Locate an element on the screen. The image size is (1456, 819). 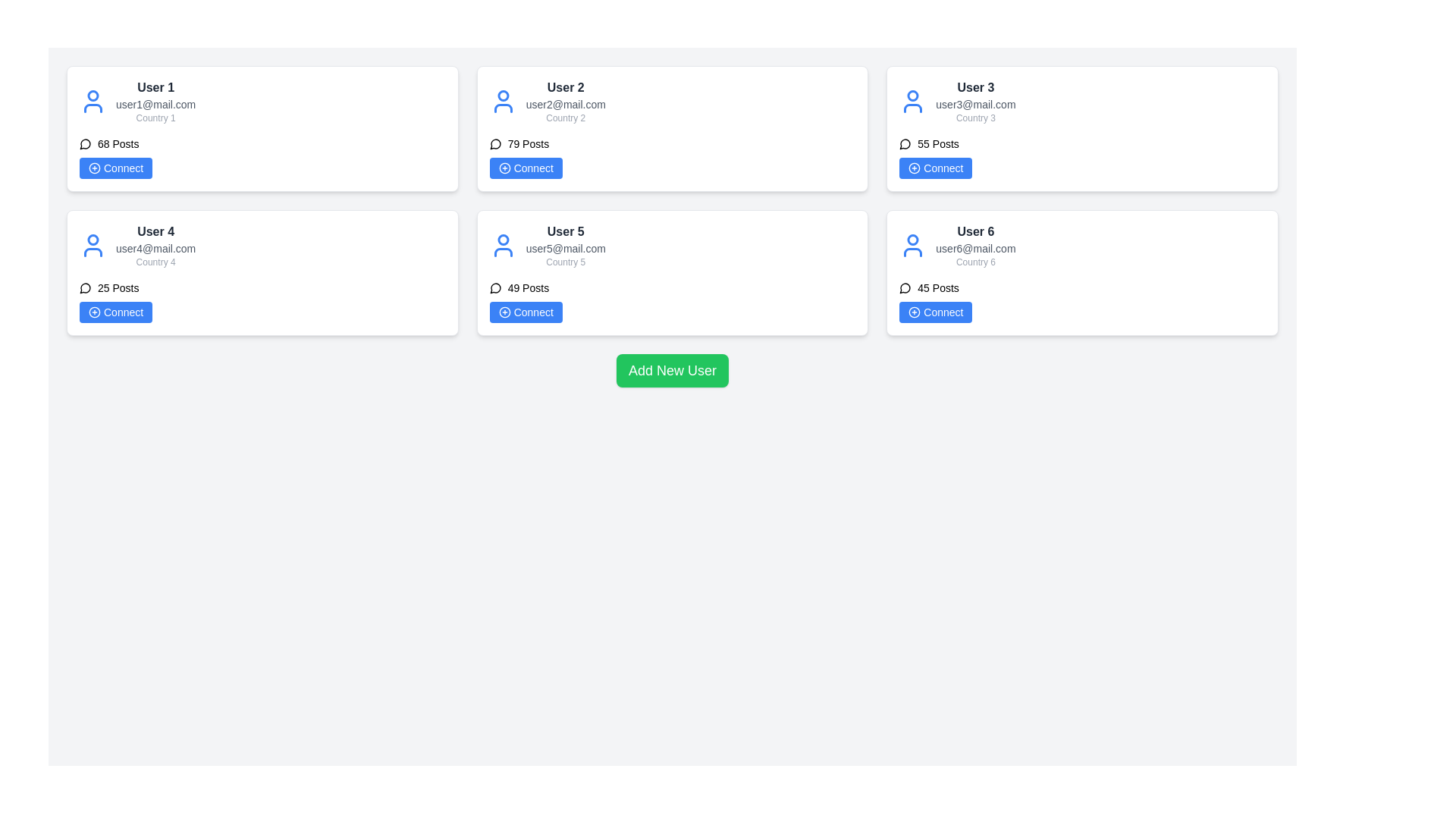
the lower part of the user icon representing 'User 6', which is a blue stroked curved line forming the shoulders and torso of the icon is located at coordinates (912, 251).